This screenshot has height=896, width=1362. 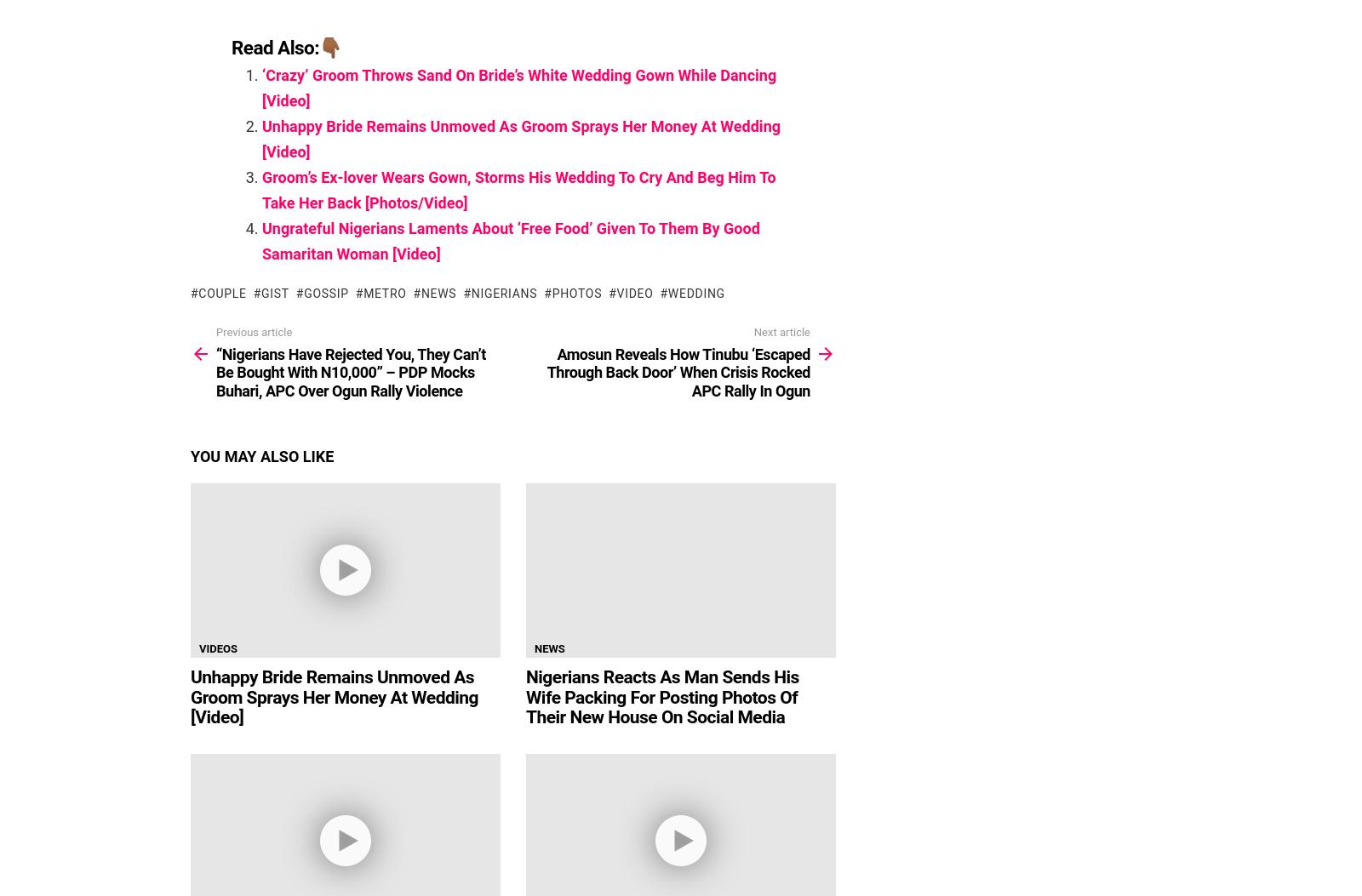 What do you see at coordinates (363, 292) in the screenshot?
I see `'METRO'` at bounding box center [363, 292].